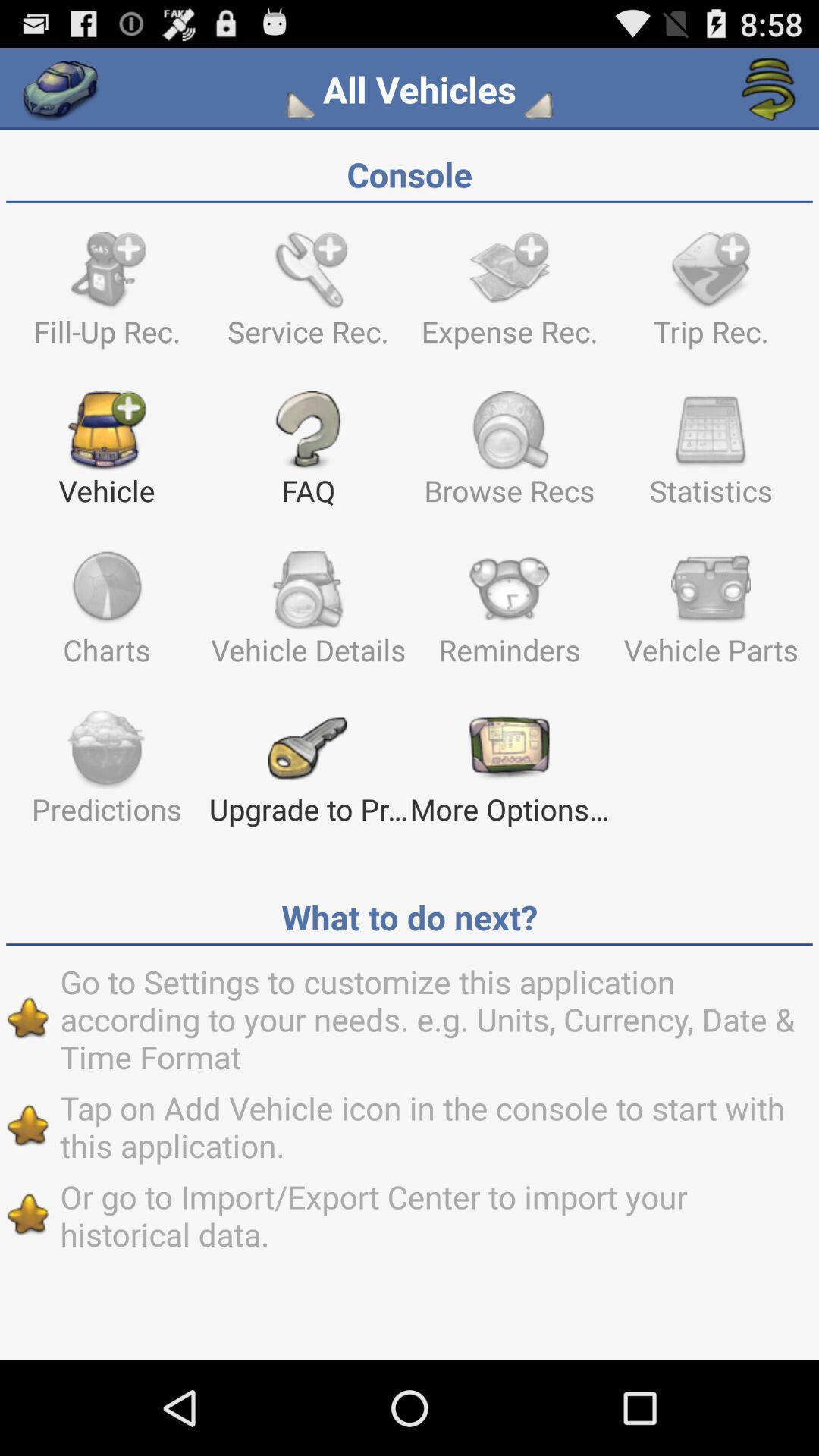  What do you see at coordinates (303, 104) in the screenshot?
I see `edit filters` at bounding box center [303, 104].